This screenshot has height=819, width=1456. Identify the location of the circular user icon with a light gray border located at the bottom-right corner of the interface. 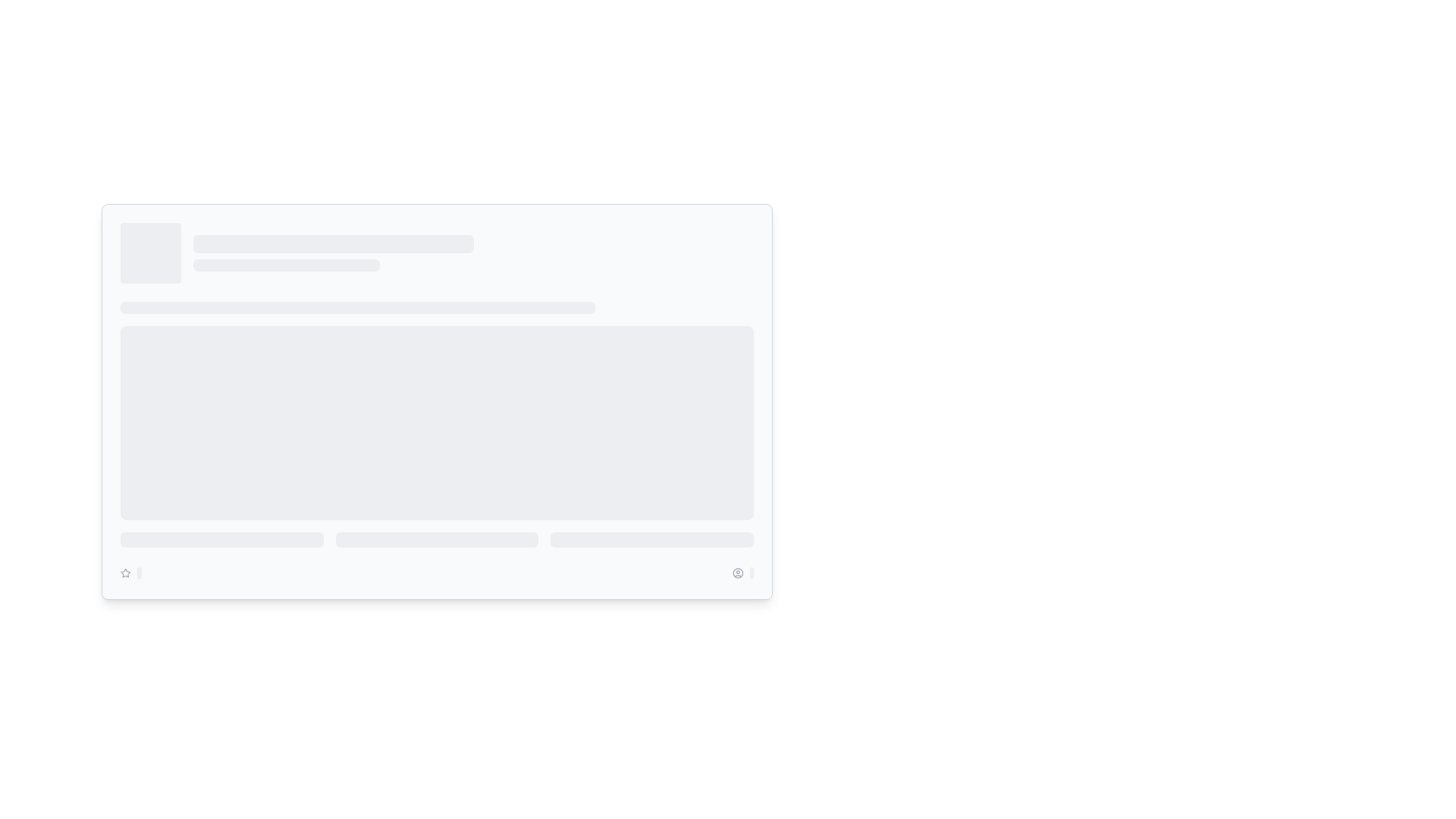
(738, 573).